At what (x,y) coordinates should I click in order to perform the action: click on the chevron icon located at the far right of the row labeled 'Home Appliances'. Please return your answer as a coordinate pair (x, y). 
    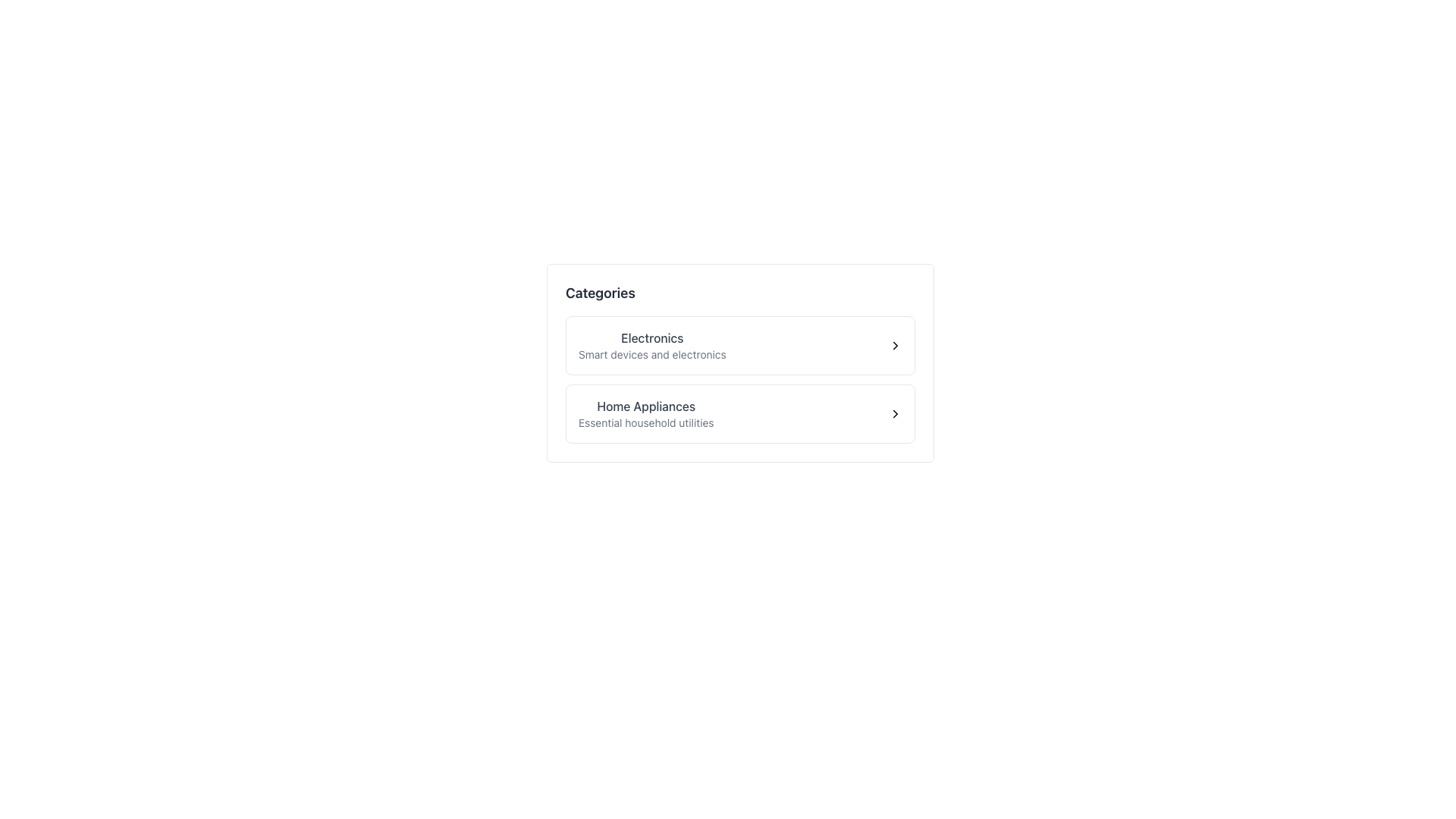
    Looking at the image, I should click on (895, 414).